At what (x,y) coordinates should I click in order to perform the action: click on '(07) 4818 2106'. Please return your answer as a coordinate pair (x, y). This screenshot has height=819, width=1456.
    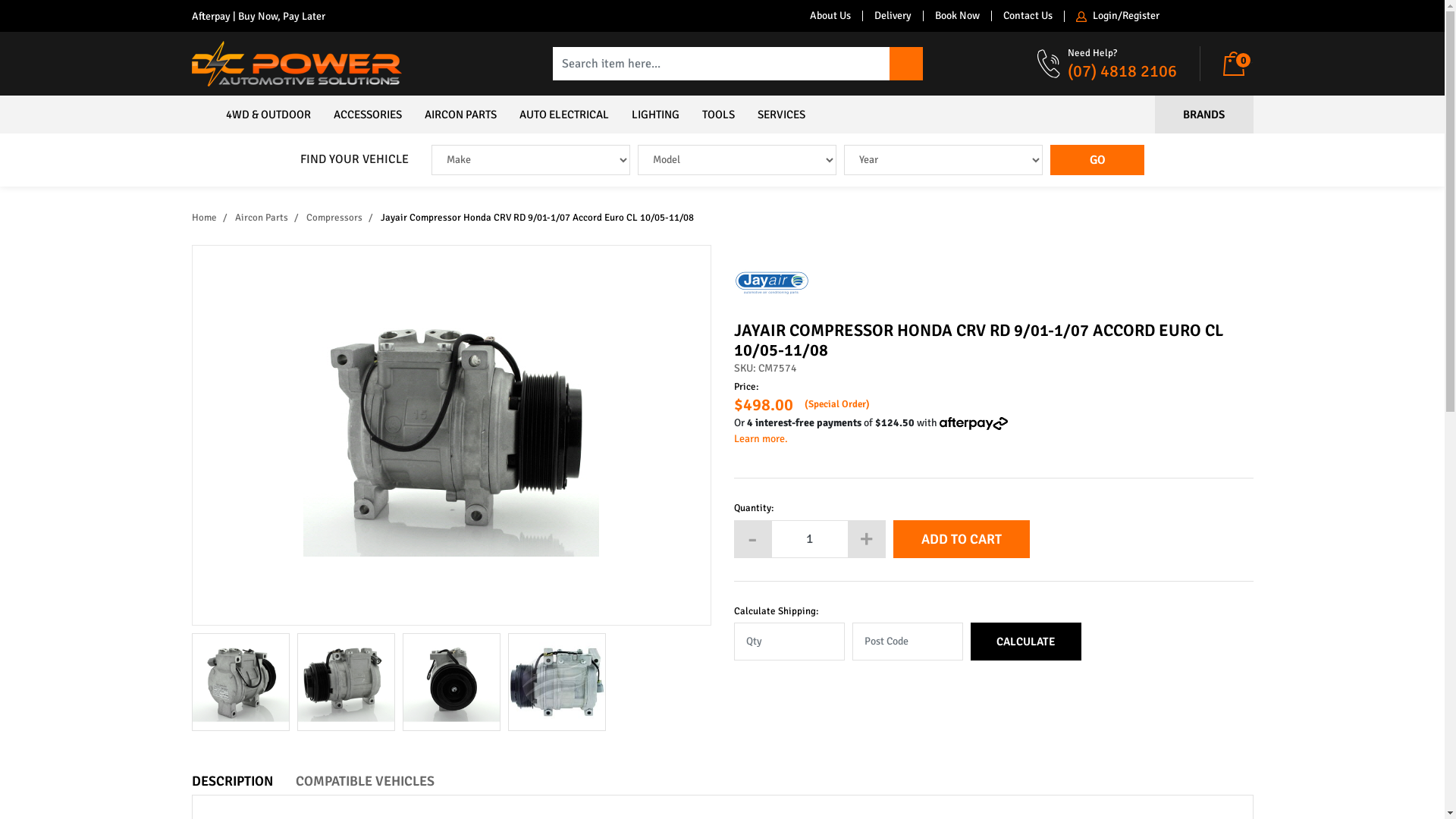
    Looking at the image, I should click on (1122, 71).